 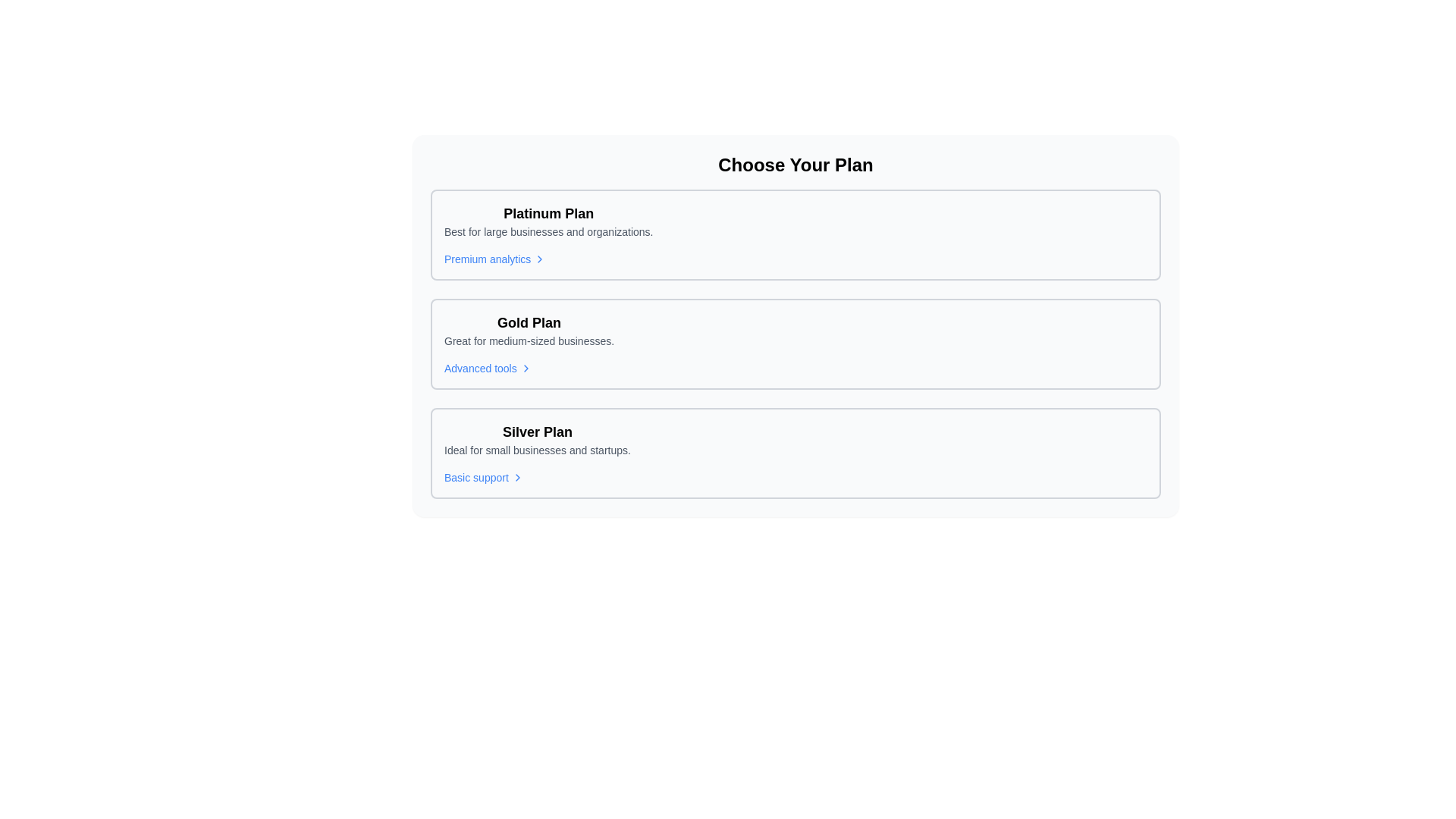 I want to click on the 'Gold Plan' text label, which is styled with bold and large font weight and is prominently positioned in the second plan section of subscription plans, so click(x=529, y=322).